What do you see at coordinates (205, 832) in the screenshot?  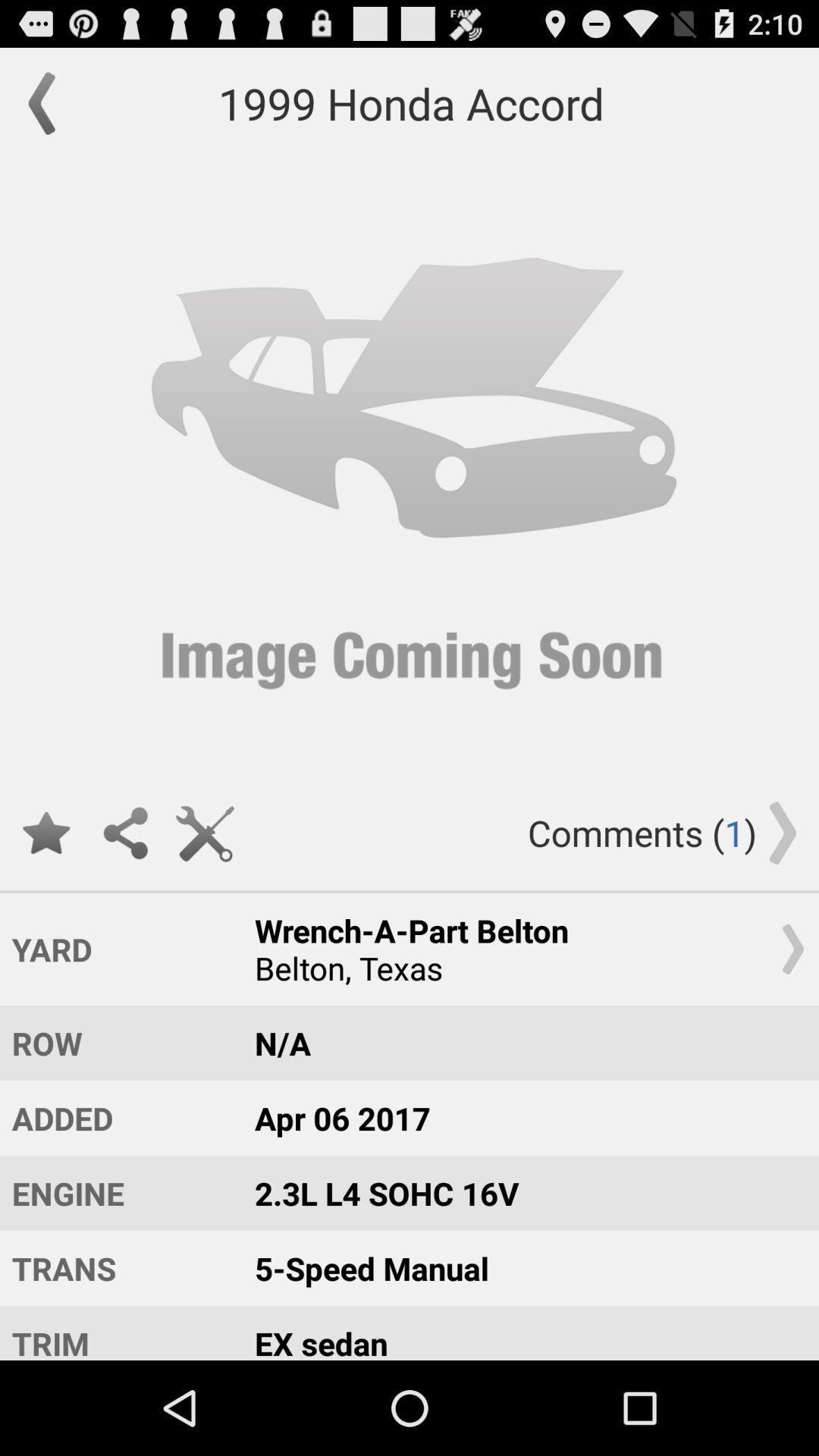 I see `icon next to the comments (1) app` at bounding box center [205, 832].